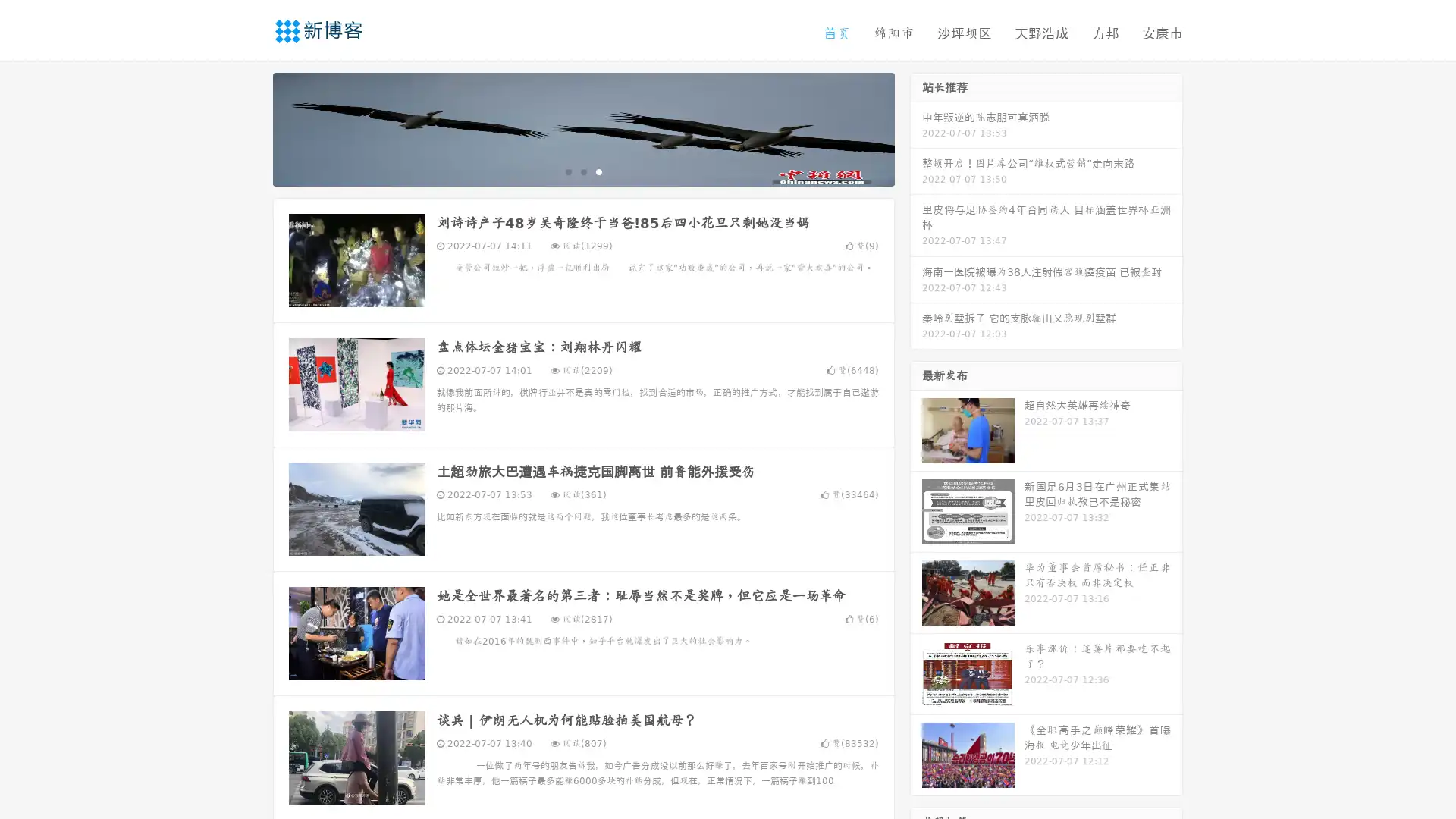 The height and width of the screenshot is (819, 1456). What do you see at coordinates (250, 127) in the screenshot?
I see `Previous slide` at bounding box center [250, 127].